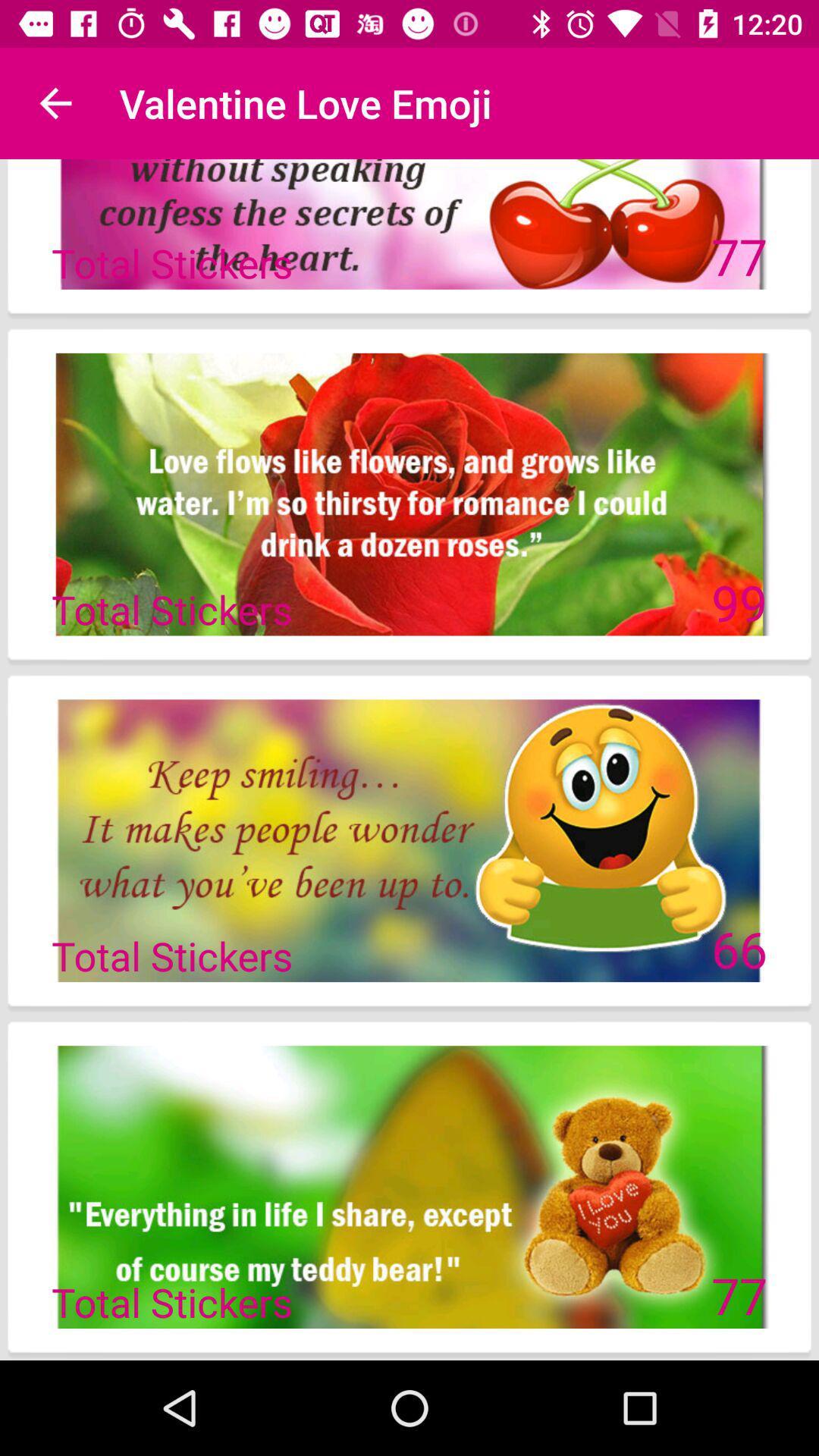 Image resolution: width=819 pixels, height=1456 pixels. What do you see at coordinates (55, 102) in the screenshot?
I see `the item to the left of valentine love emoji item` at bounding box center [55, 102].